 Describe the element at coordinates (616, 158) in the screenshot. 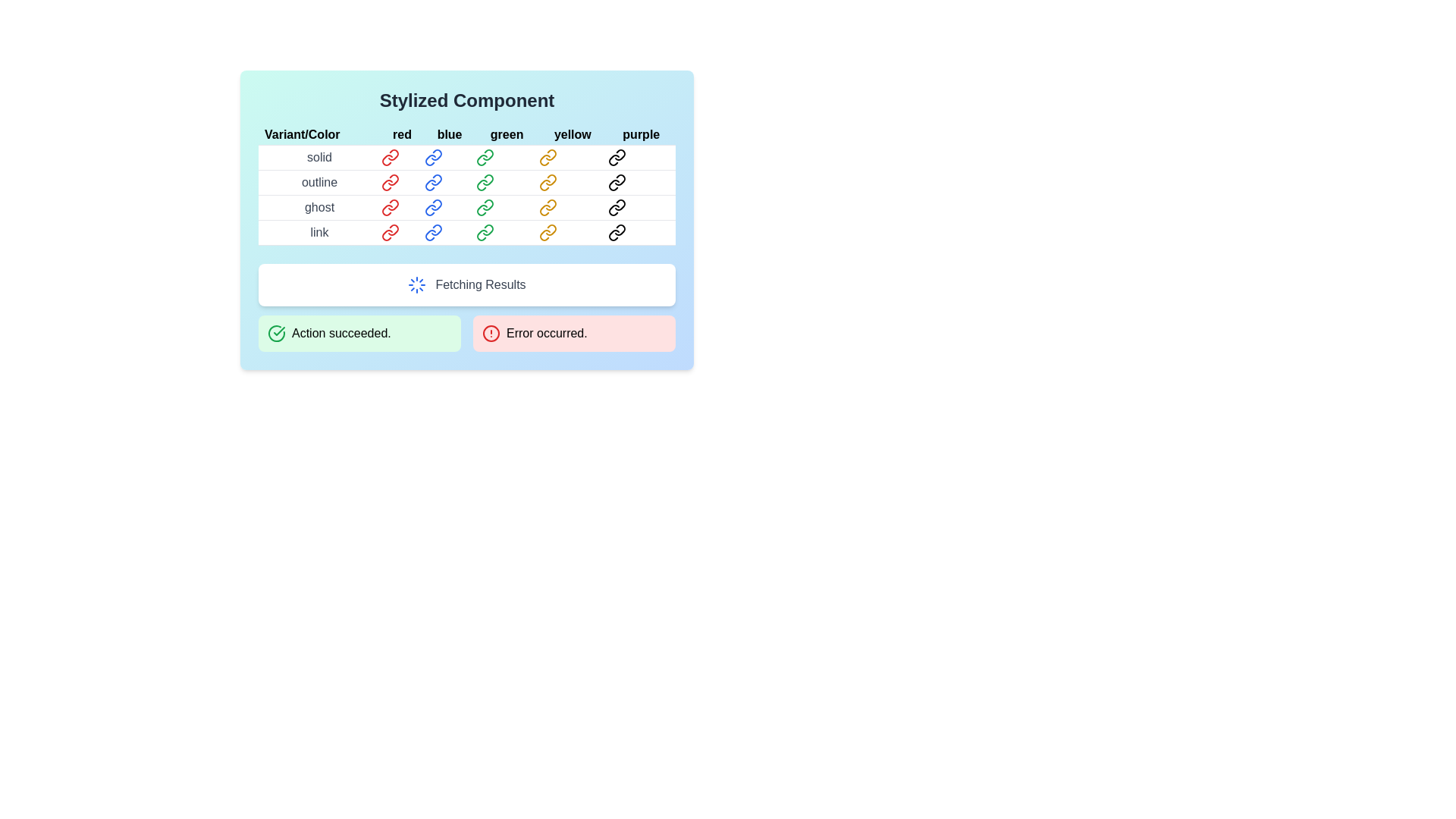

I see `the interactive link button that represents a solid purple variant located in the first row and fifth column of the grid` at that location.